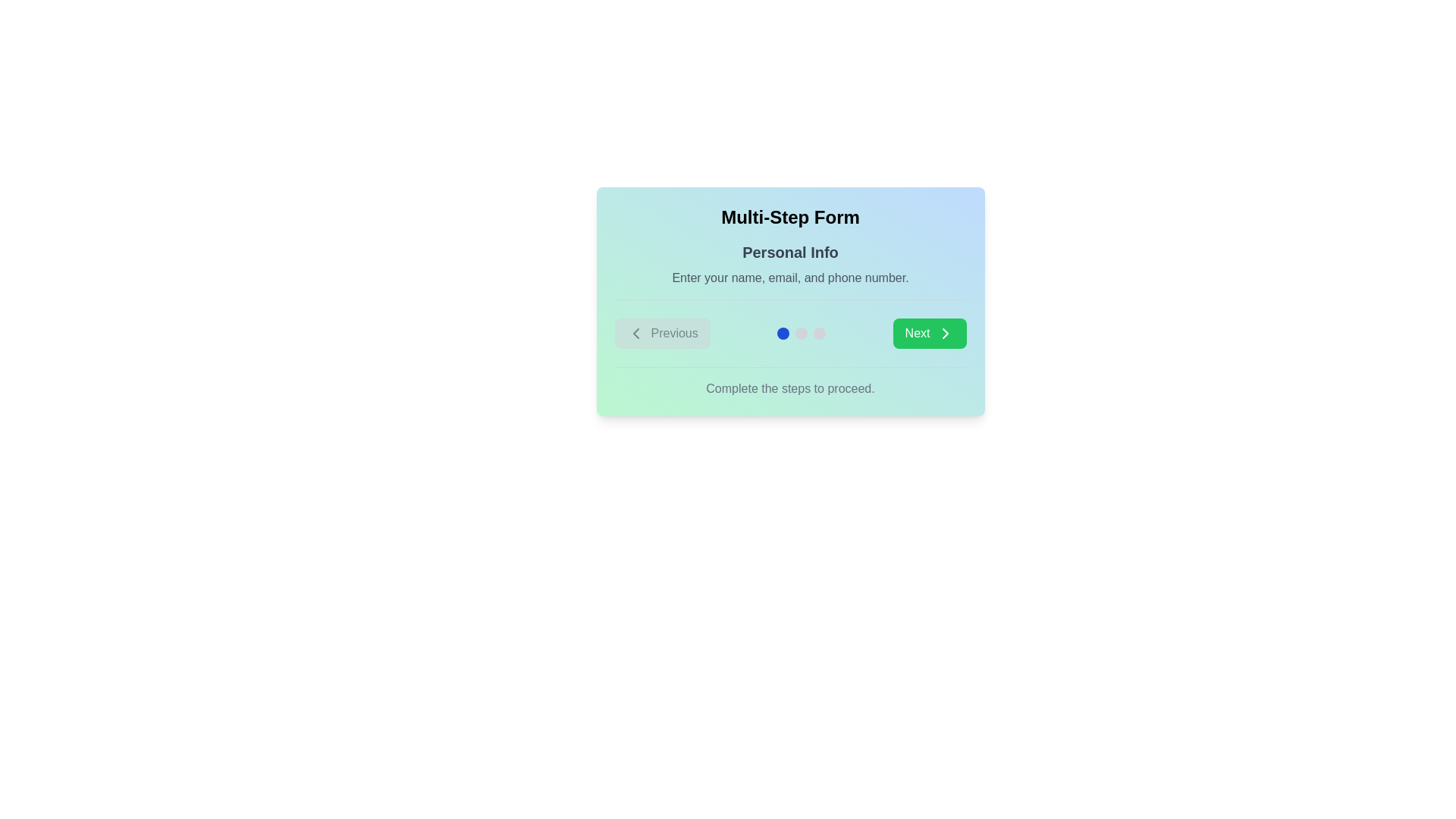 Image resolution: width=1456 pixels, height=819 pixels. I want to click on the first blue circular step indicator dot located between the 'Previous' button and the second dot in the series, positioned below the text 'Enter your name, email, and phone number.', so click(783, 332).